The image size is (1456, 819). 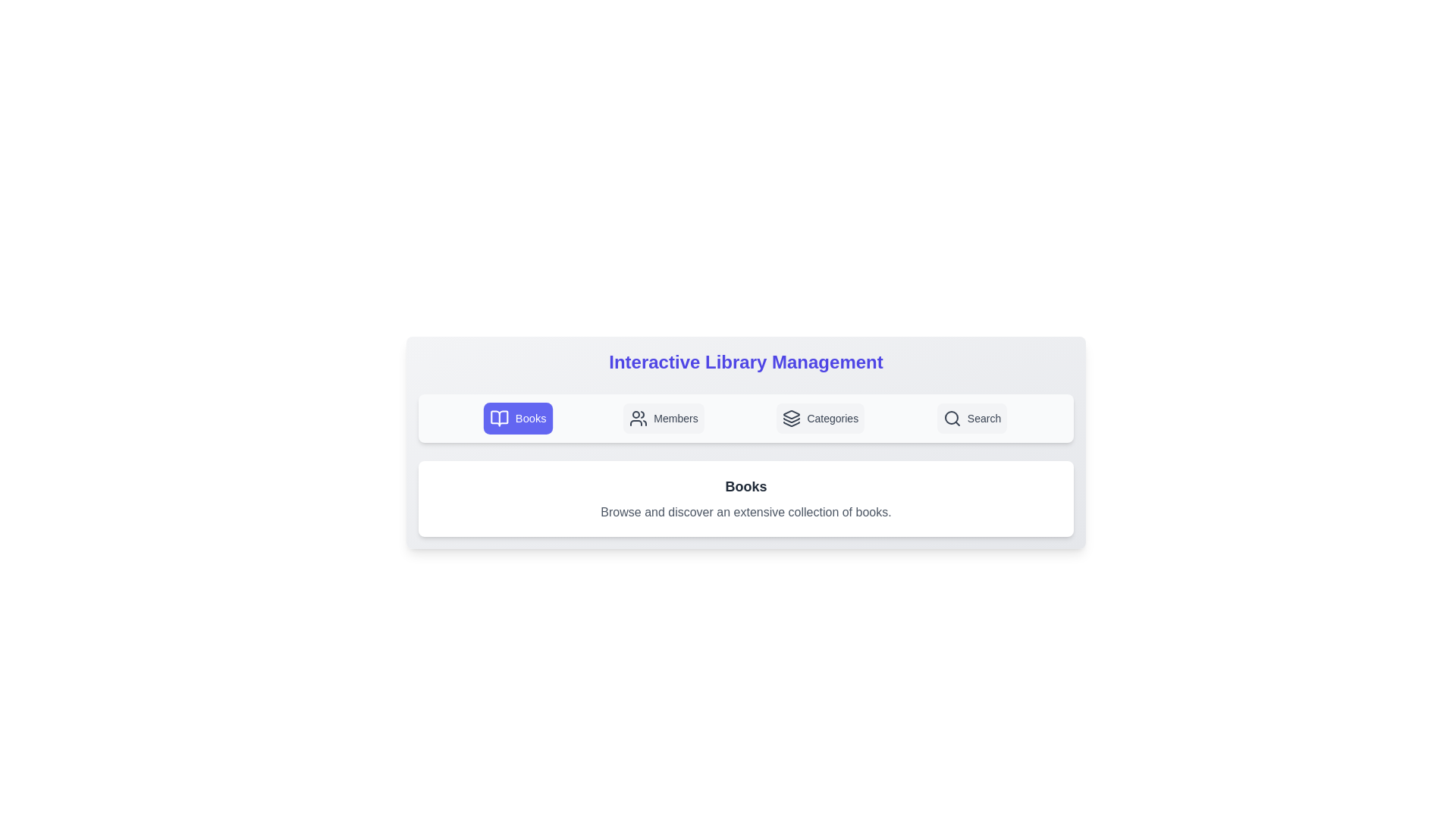 I want to click on the bottom-most icon in a layered triangular design, which represents grouped entities in the interface, so click(x=791, y=424).